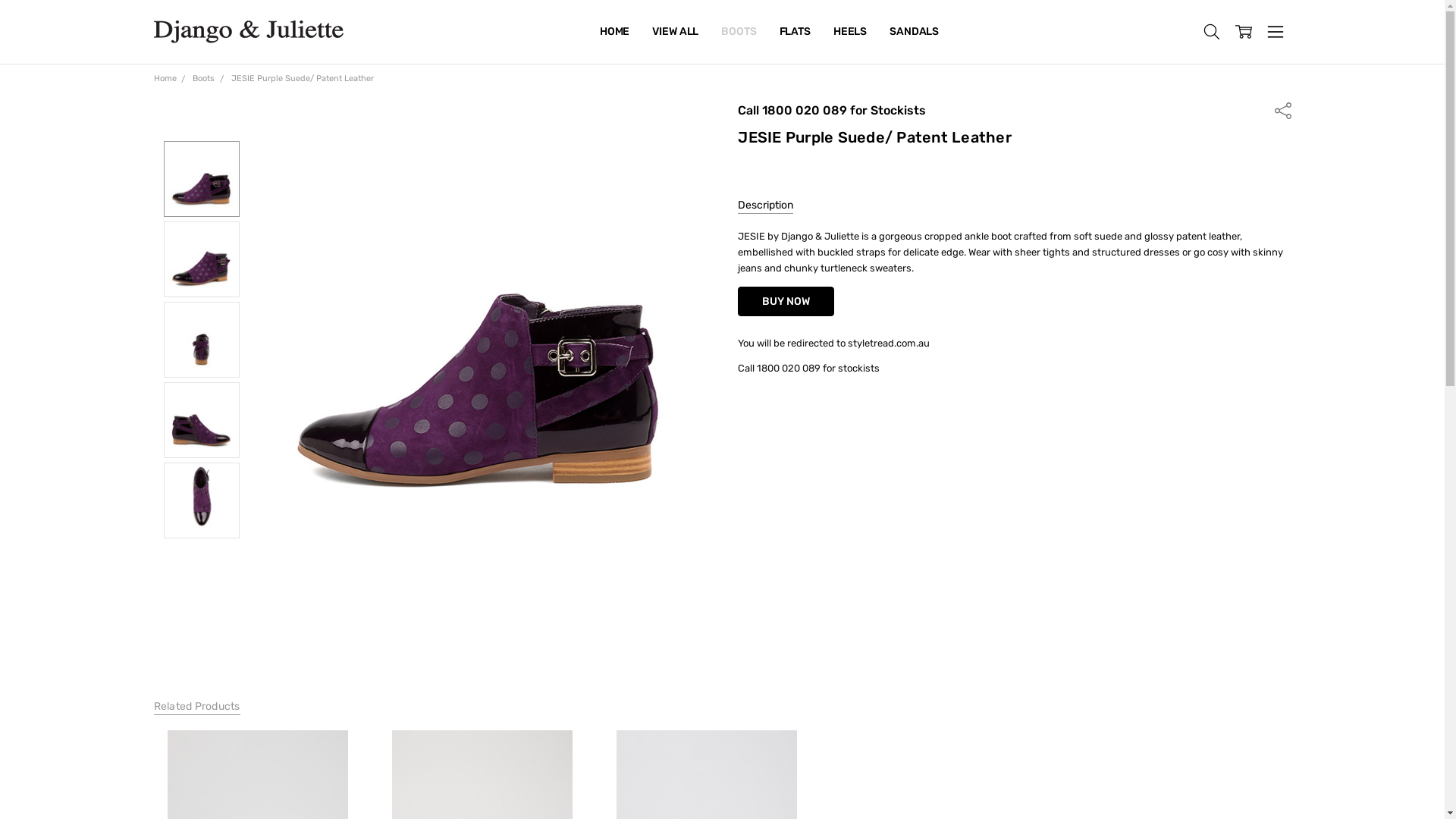  Describe the element at coordinates (652, 32) in the screenshot. I see `'BECOME A STOCKIST'` at that location.